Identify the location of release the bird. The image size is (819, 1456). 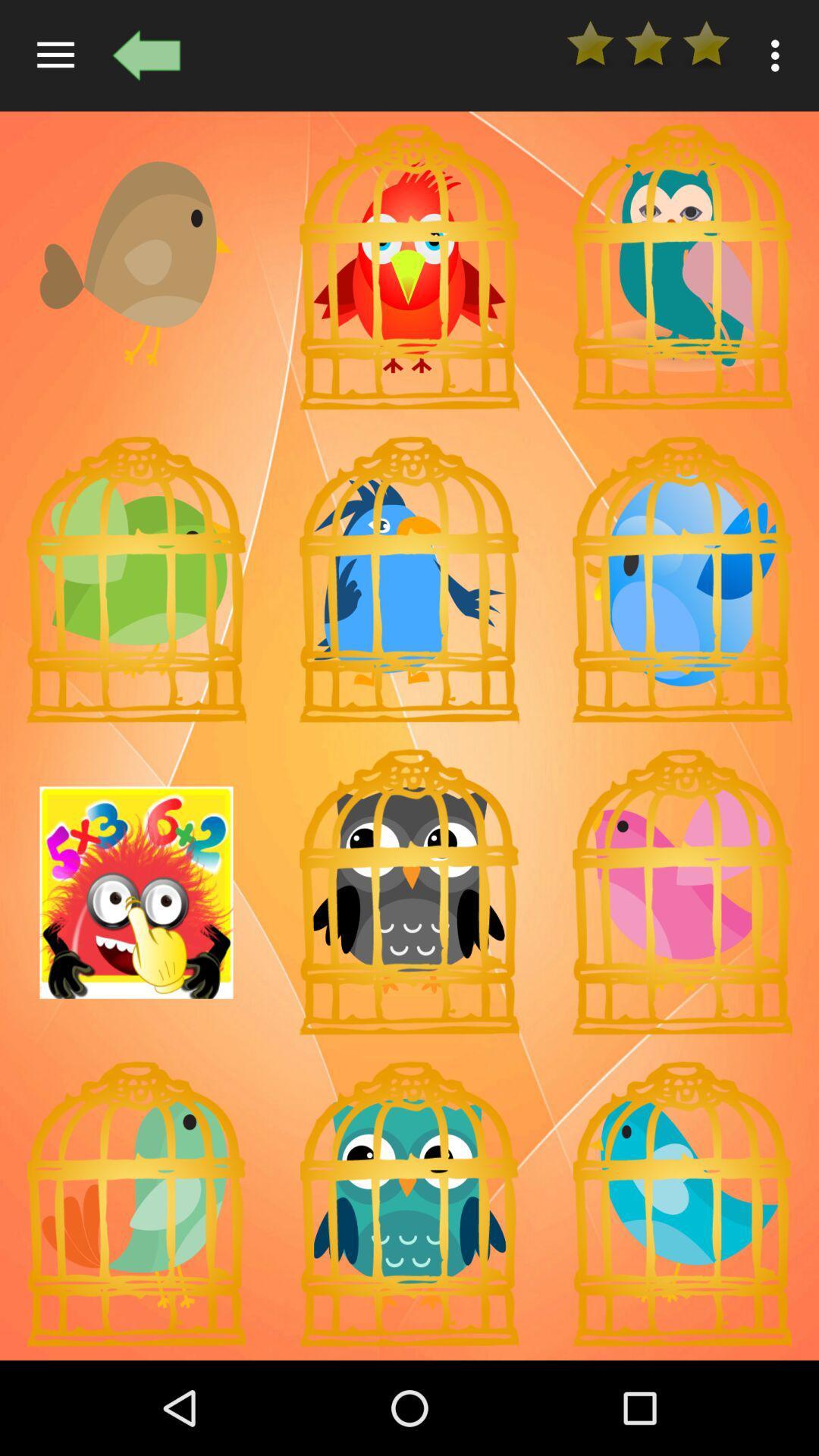
(409, 579).